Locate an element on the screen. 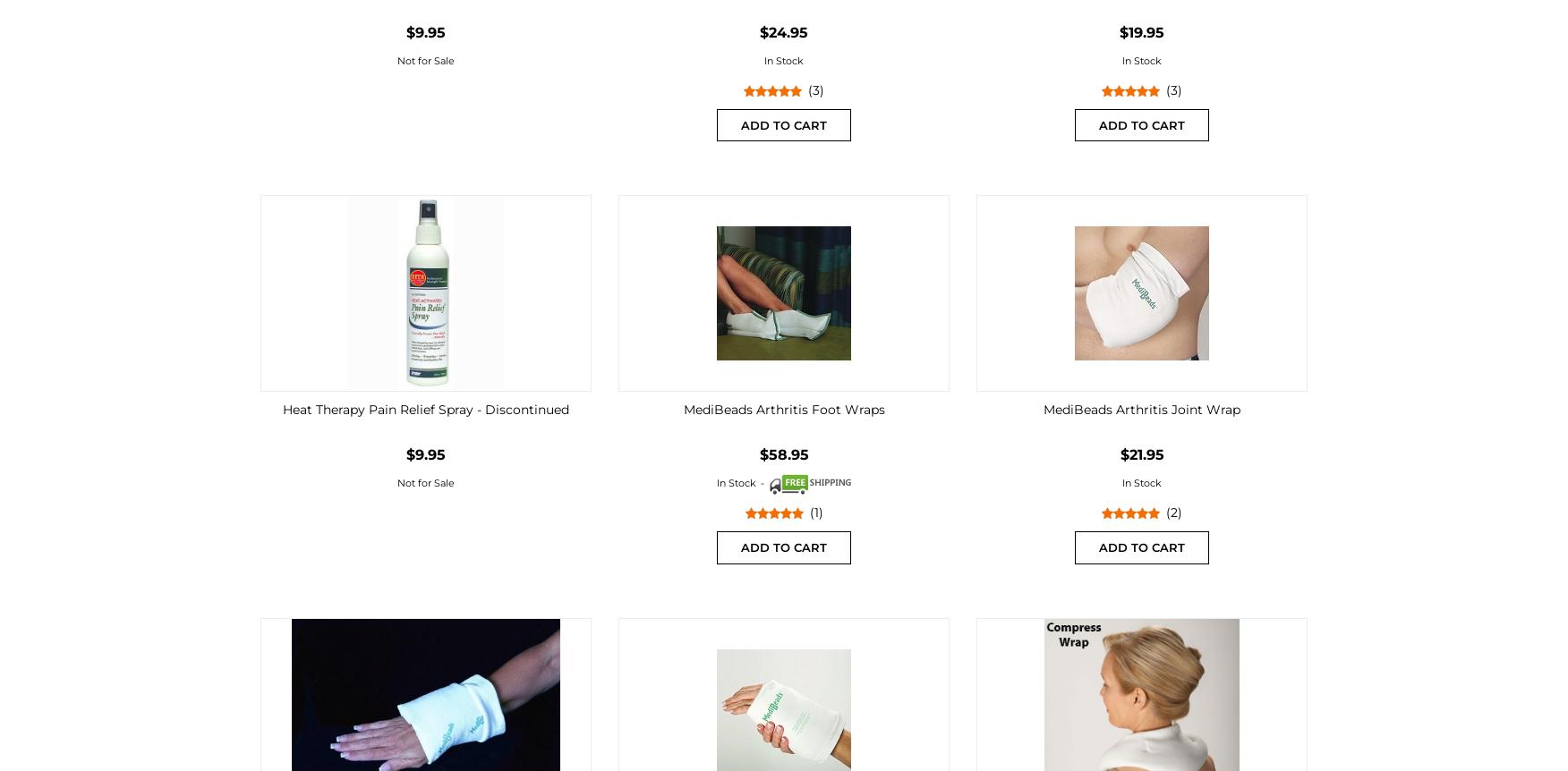 The image size is (1568, 771). '$24.95' is located at coordinates (784, 31).